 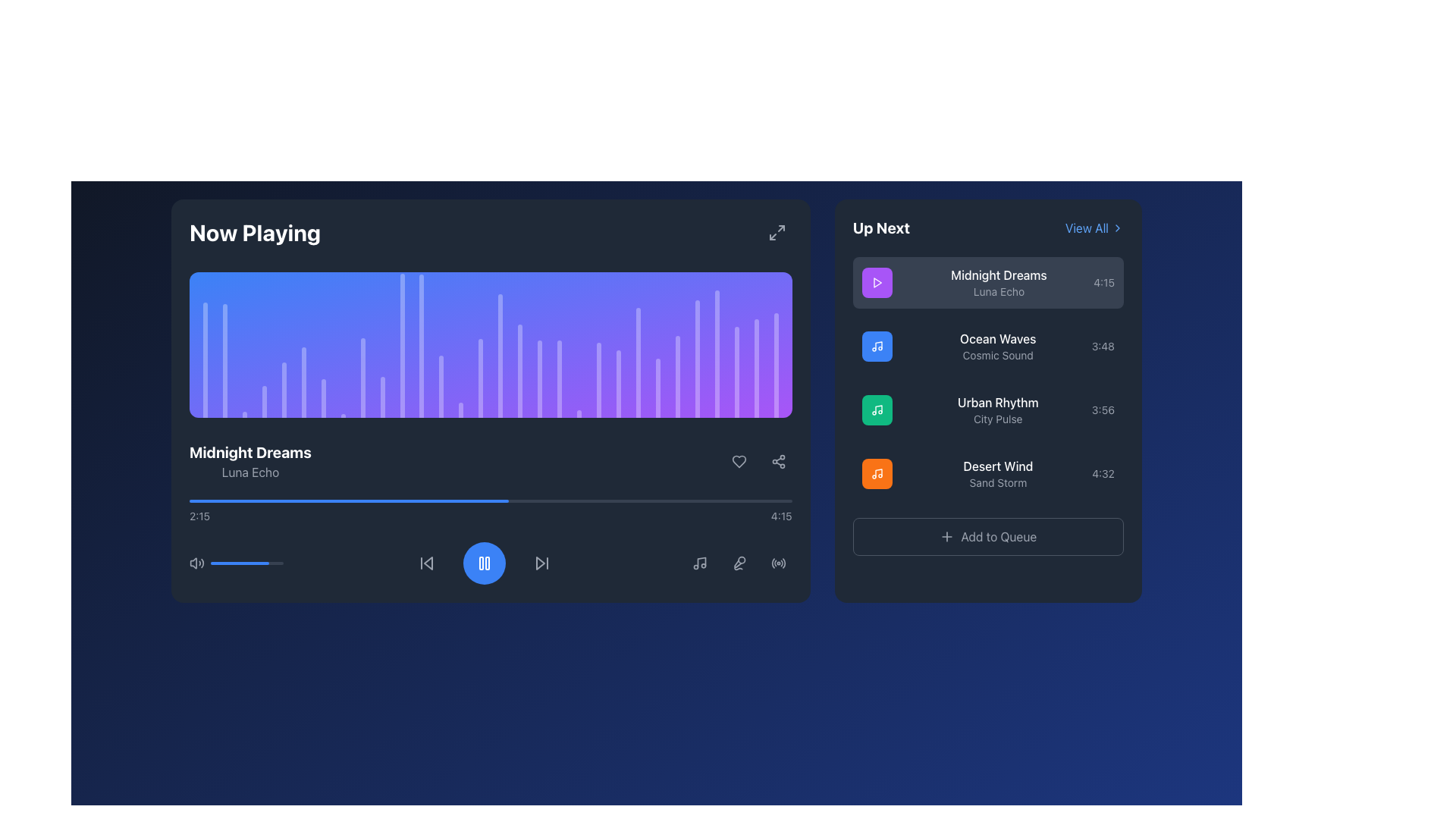 I want to click on the 'favorite' icon button located in the 'Now Playing' section at the bottom right corner to mark the currently playing track as liked, so click(x=739, y=461).